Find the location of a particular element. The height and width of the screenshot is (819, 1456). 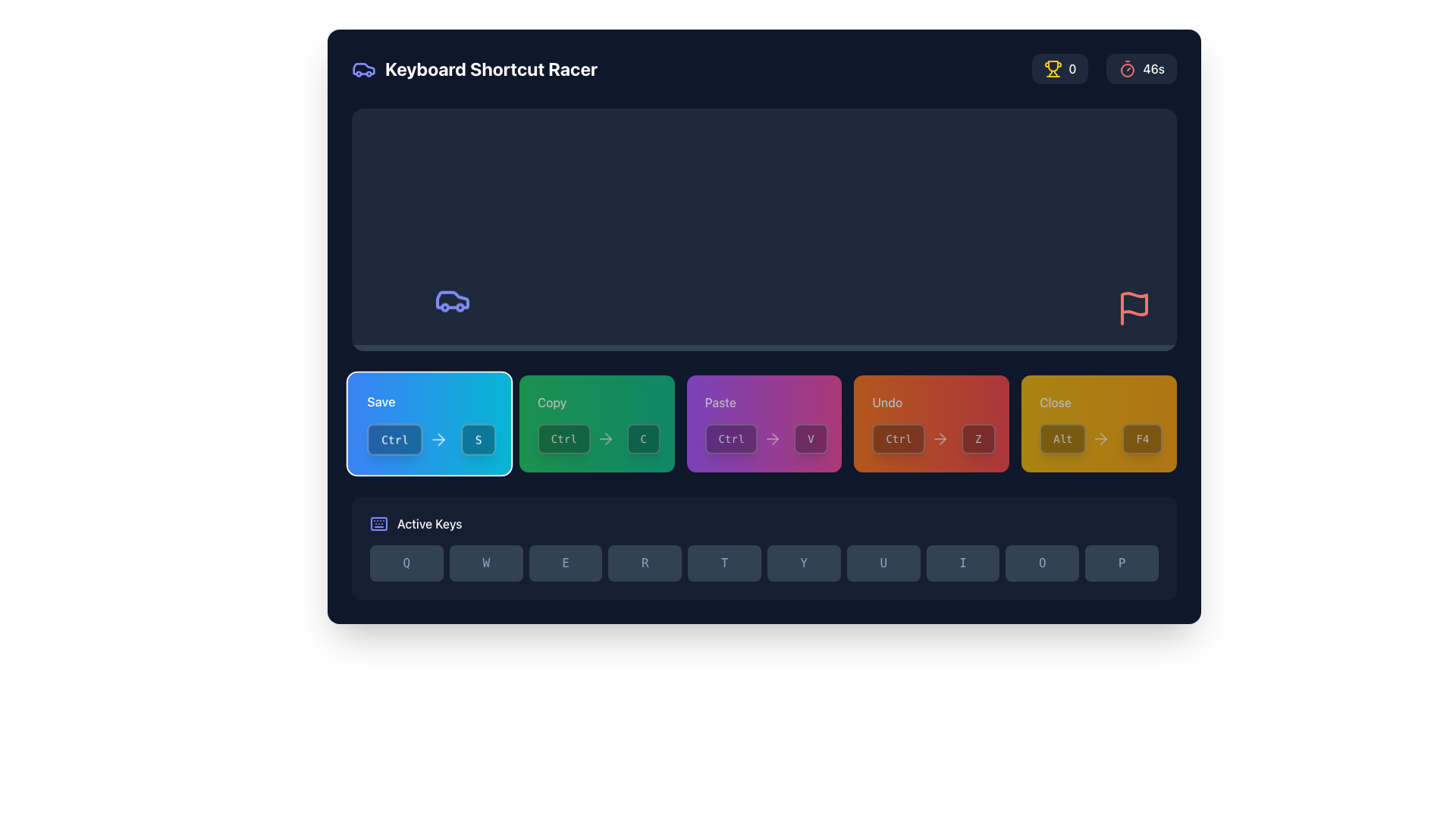

the 'Ctrl' button-like label with a dark semi-transparent background and white text, located in the 'Undo' shortcut section at the top row of the shortcut buttons is located at coordinates (899, 438).